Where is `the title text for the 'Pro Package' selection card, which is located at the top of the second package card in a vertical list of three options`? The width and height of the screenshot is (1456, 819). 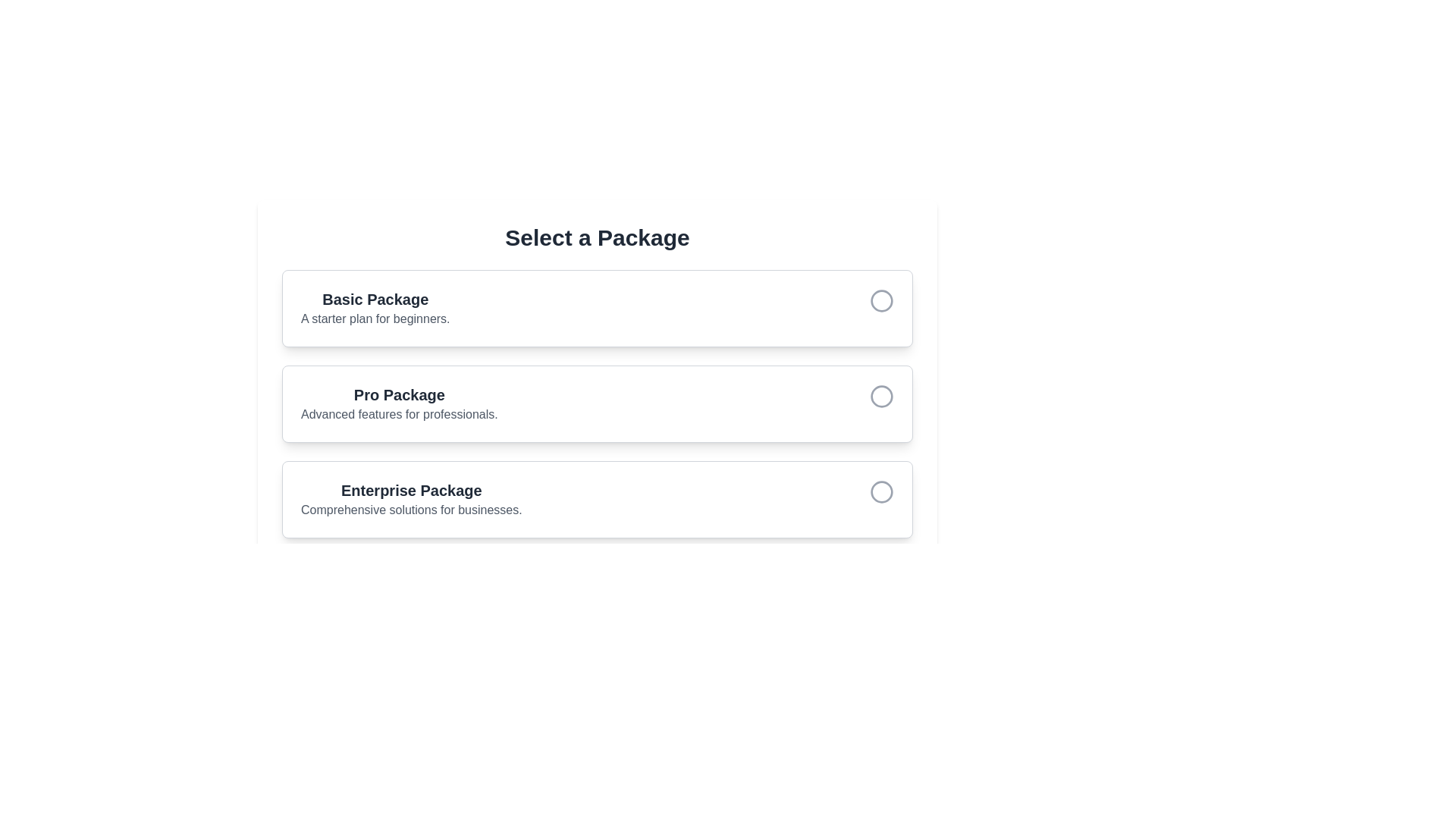 the title text for the 'Pro Package' selection card, which is located at the top of the second package card in a vertical list of three options is located at coordinates (399, 394).